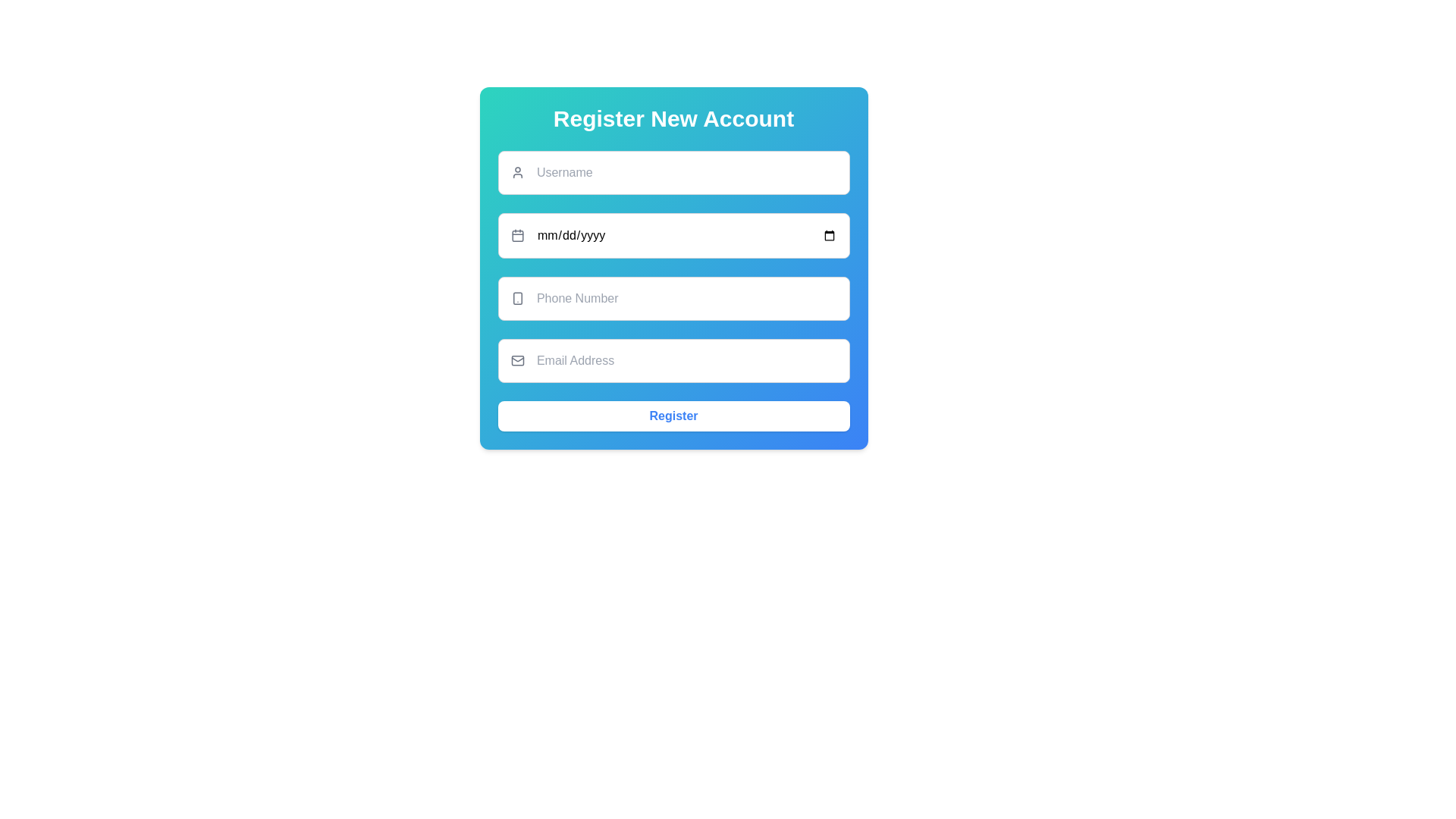 Image resolution: width=1456 pixels, height=819 pixels. I want to click on the email icon that visually represents the email field, aiding users in associating the input field with entering an email address, so click(517, 360).